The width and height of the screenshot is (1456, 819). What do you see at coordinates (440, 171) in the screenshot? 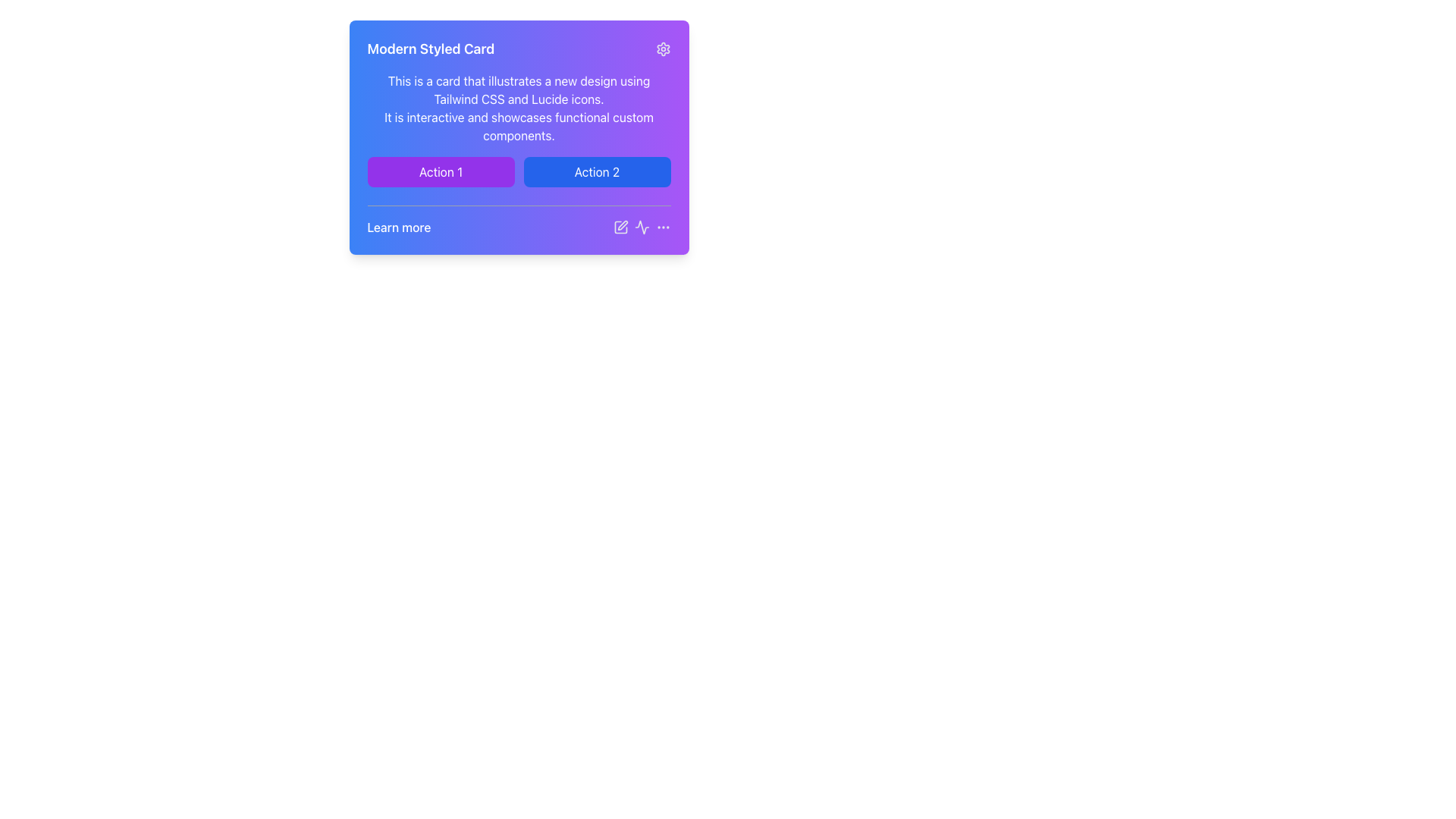
I see `the rectangular button with a purple background and white text labeled 'Action 1' located in the lower middle section of a card component` at bounding box center [440, 171].